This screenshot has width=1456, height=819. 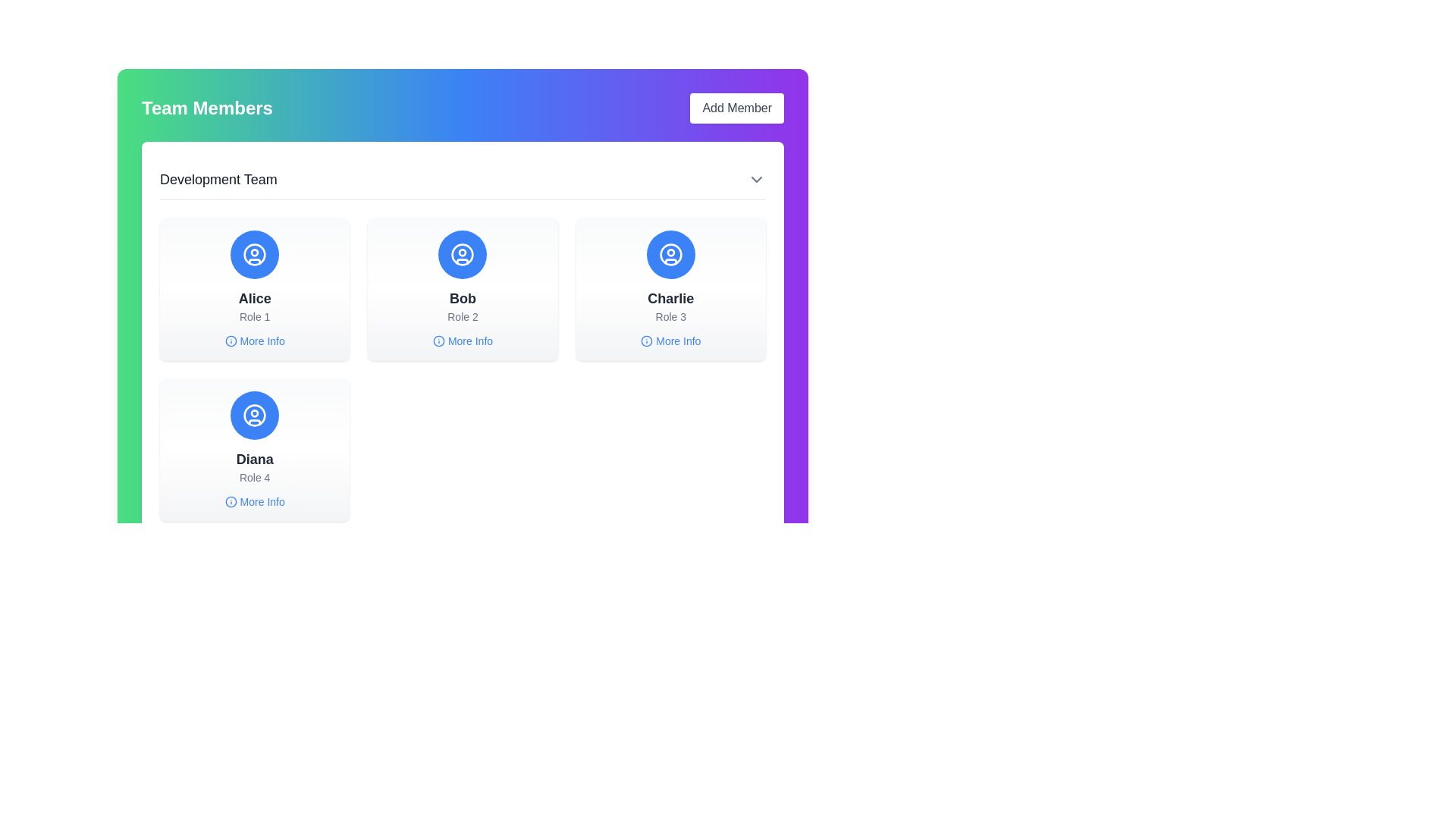 I want to click on the clickable link with an icon located at the bottom center of Bob's profile card, so click(x=462, y=341).